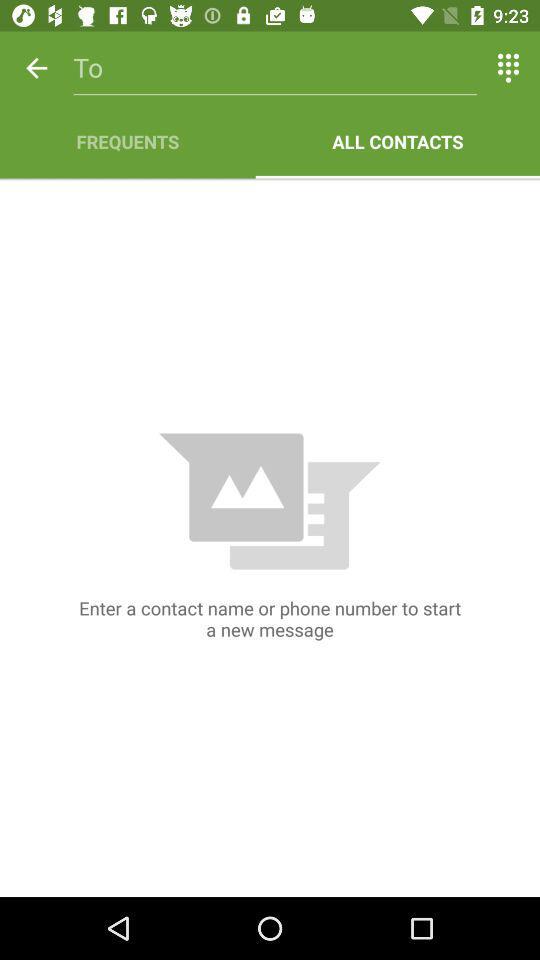  Describe the element at coordinates (397, 140) in the screenshot. I see `app next to the frequents icon` at that location.